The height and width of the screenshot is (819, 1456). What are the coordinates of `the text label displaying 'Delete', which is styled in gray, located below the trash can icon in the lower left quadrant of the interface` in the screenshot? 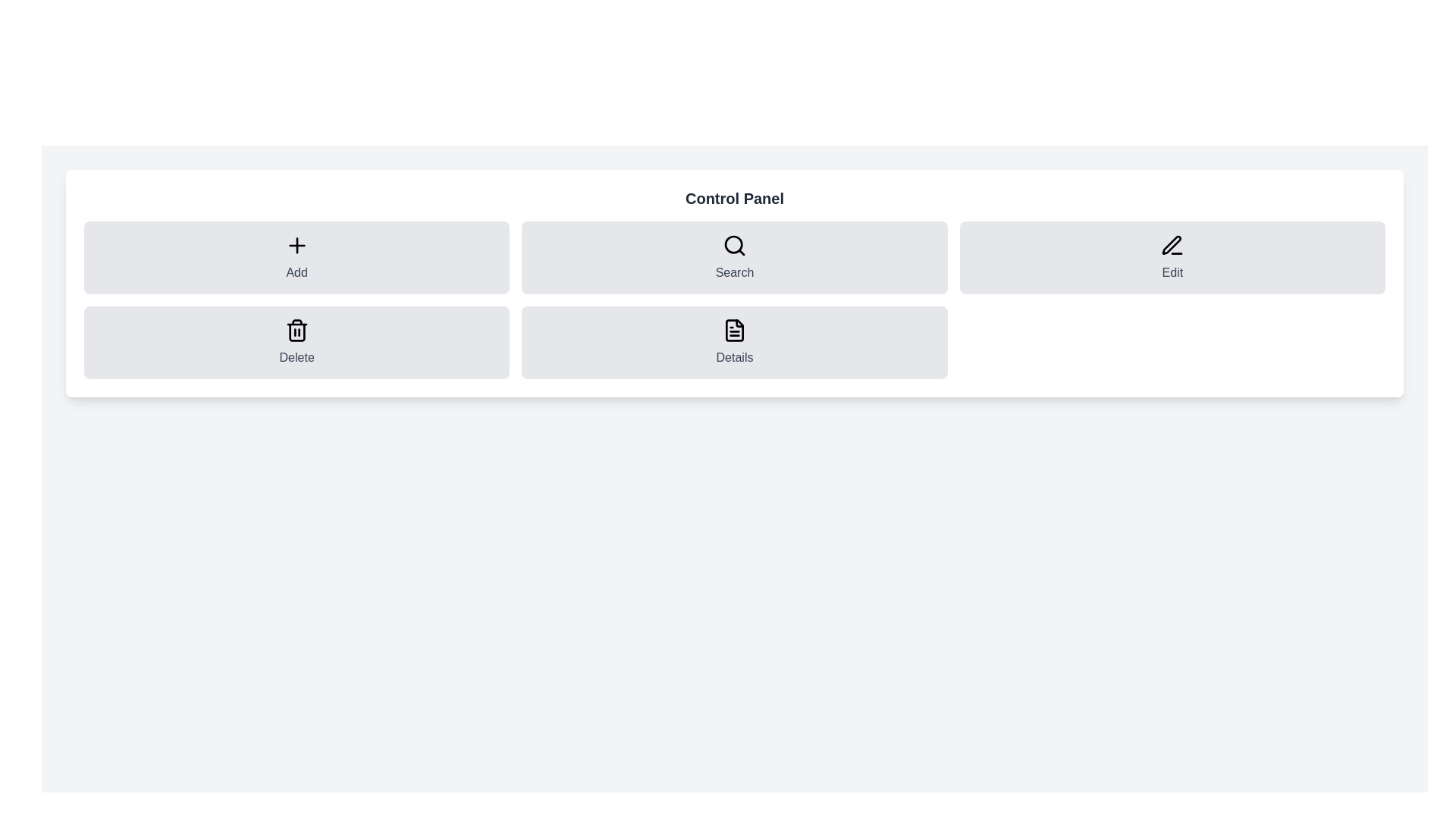 It's located at (297, 357).